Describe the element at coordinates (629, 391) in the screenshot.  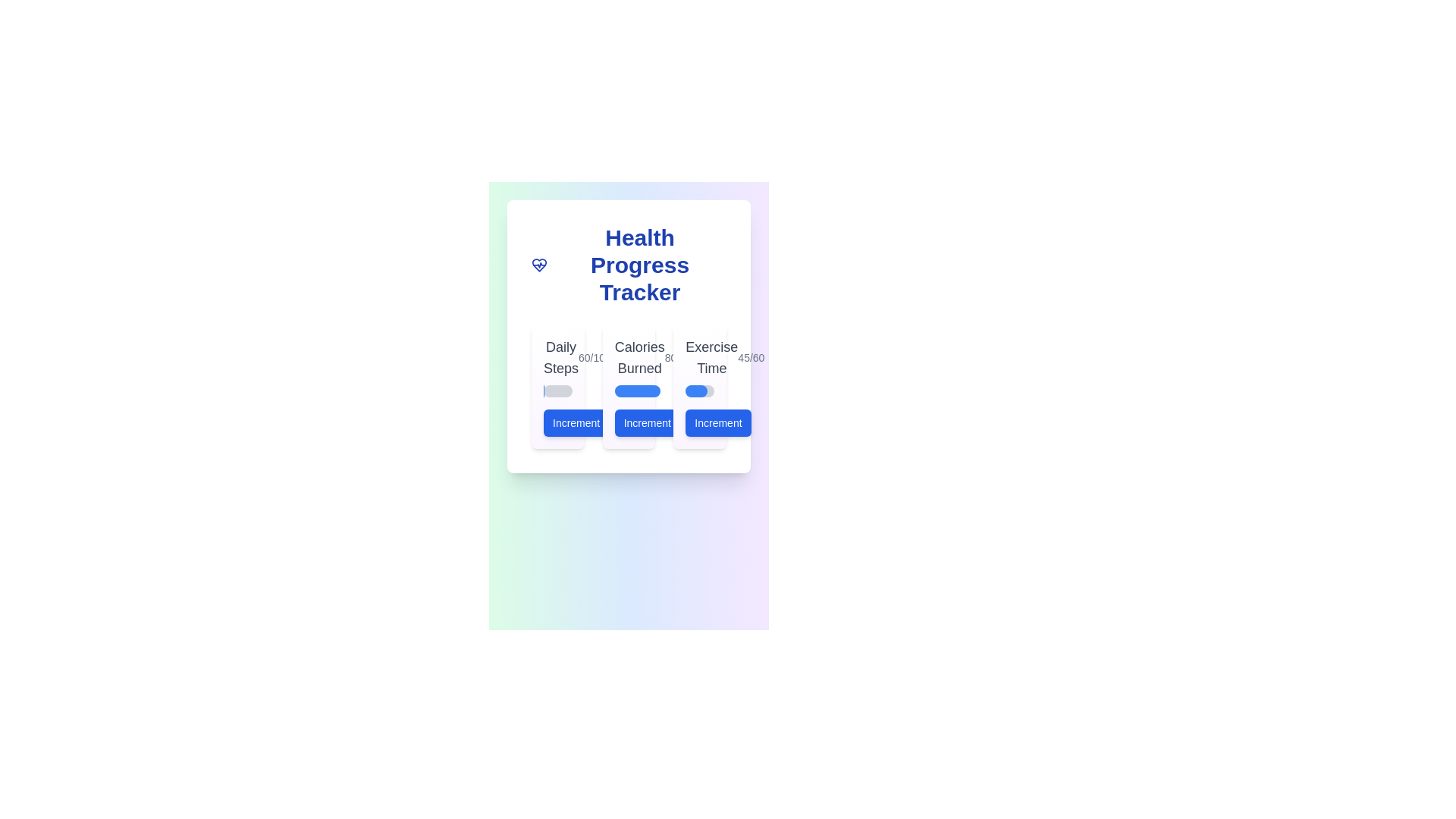
I see `the progress bar with a gray background and blue overlay, located within the 'Calories Burned' card, situated below the text 'Calories Burned' and above the 'Increment' button` at that location.